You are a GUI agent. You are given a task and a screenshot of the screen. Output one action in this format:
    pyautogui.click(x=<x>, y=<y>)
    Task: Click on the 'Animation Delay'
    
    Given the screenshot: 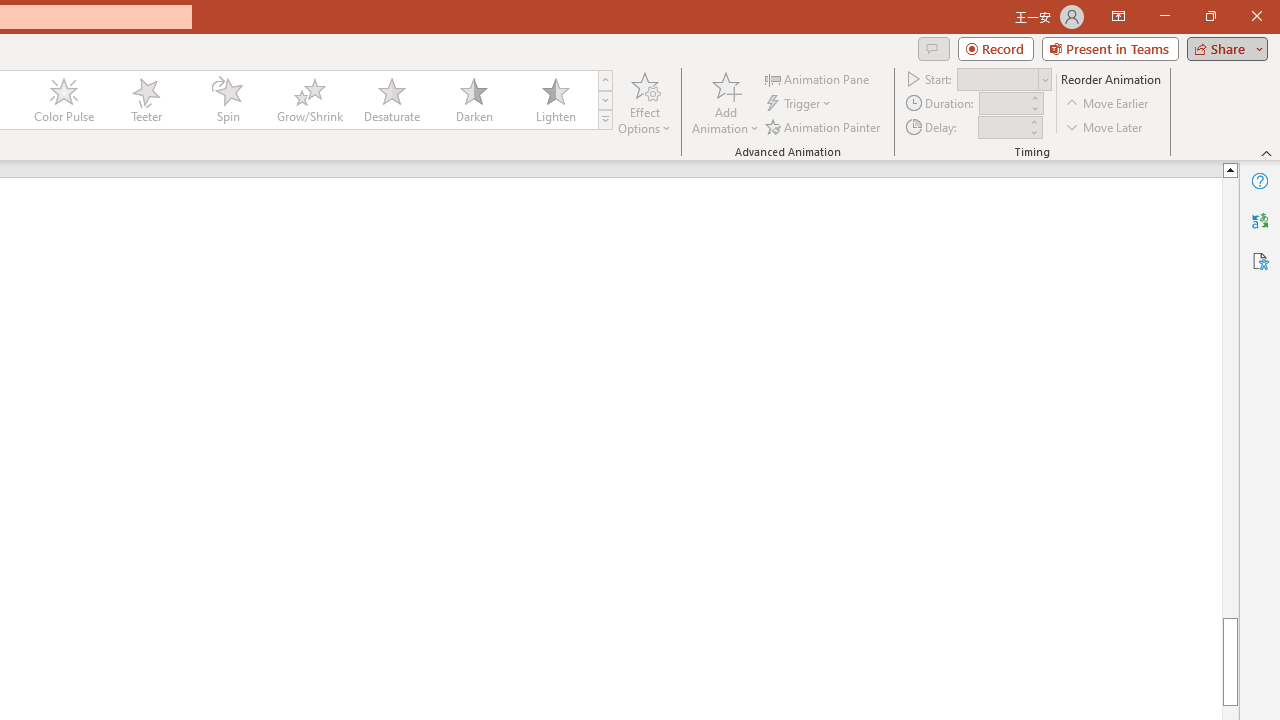 What is the action you would take?
    pyautogui.click(x=1002, y=127)
    